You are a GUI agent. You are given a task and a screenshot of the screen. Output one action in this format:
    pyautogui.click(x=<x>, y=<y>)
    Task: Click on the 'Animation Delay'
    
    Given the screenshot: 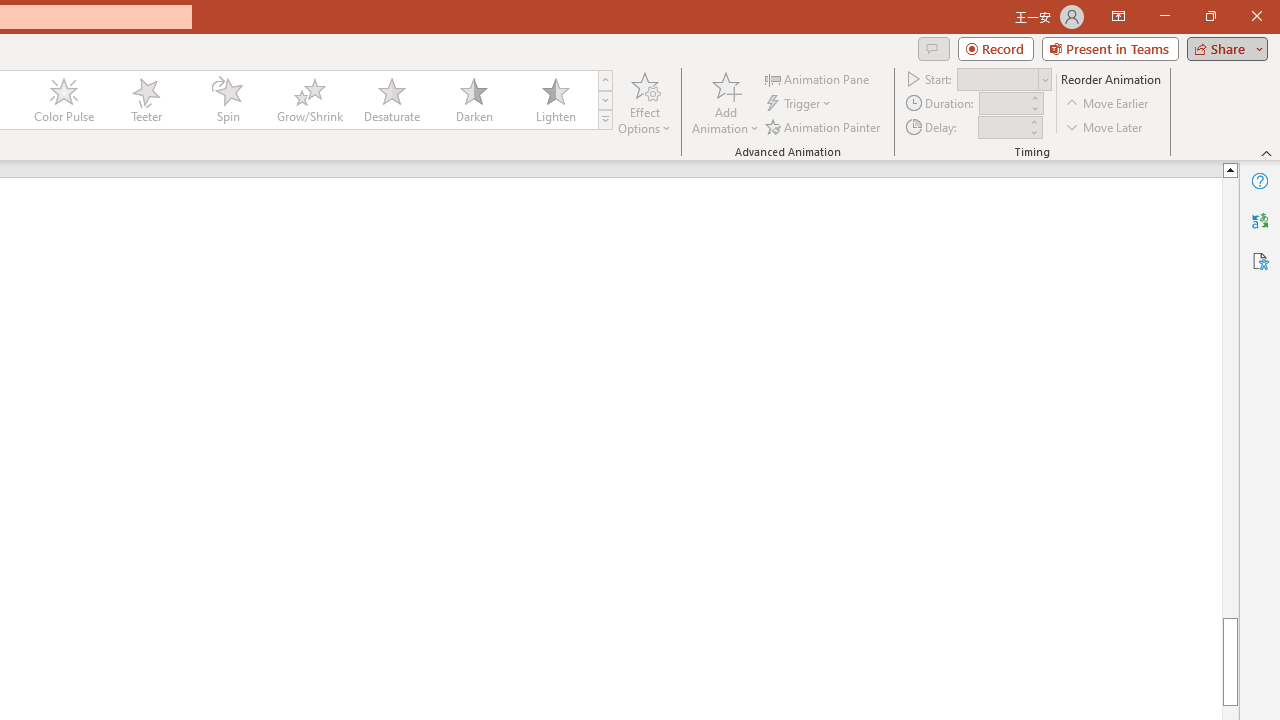 What is the action you would take?
    pyautogui.click(x=1002, y=127)
    